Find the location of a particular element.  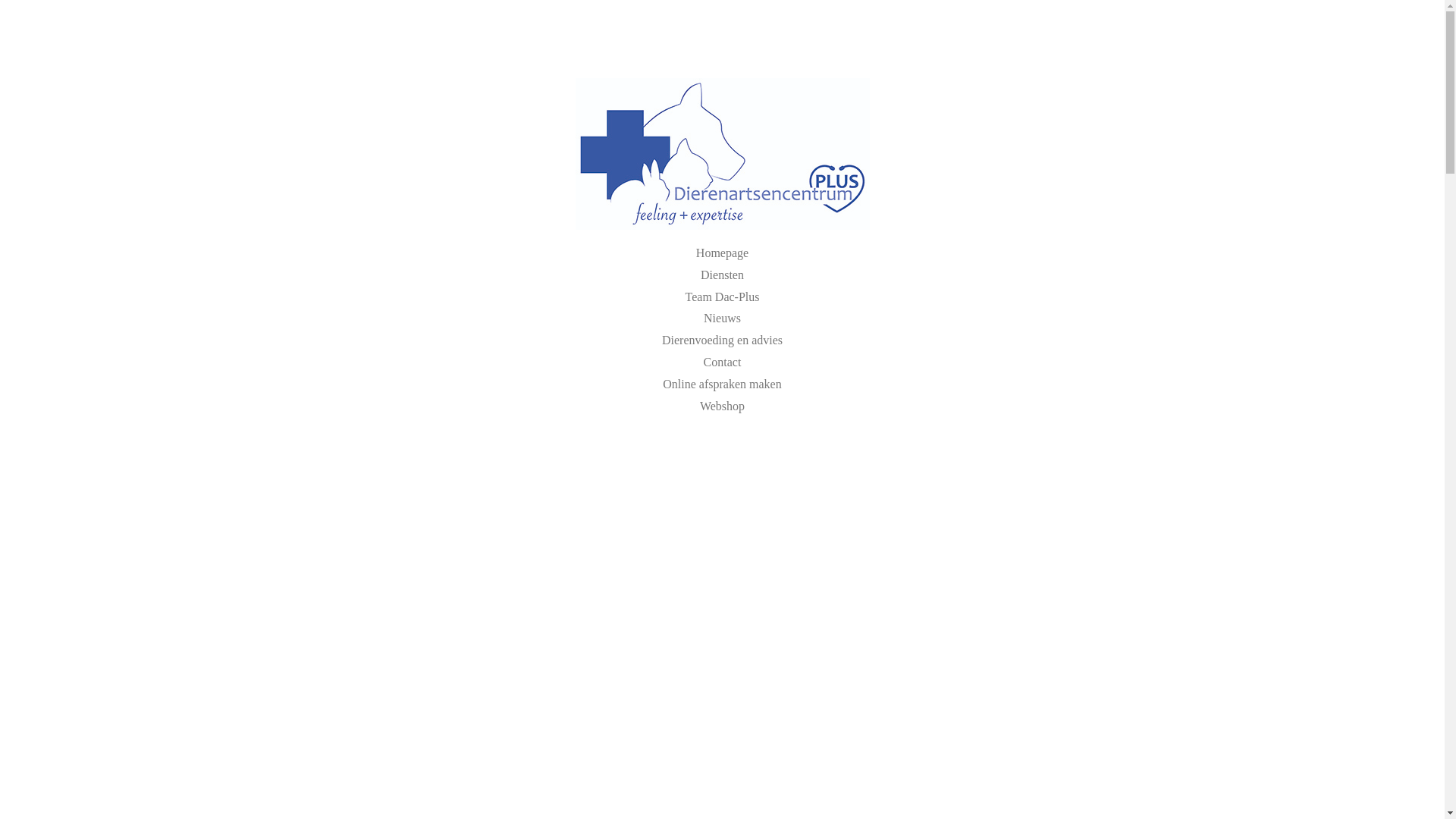

'info@dac-plus.be' is located at coordinates (750, 42).